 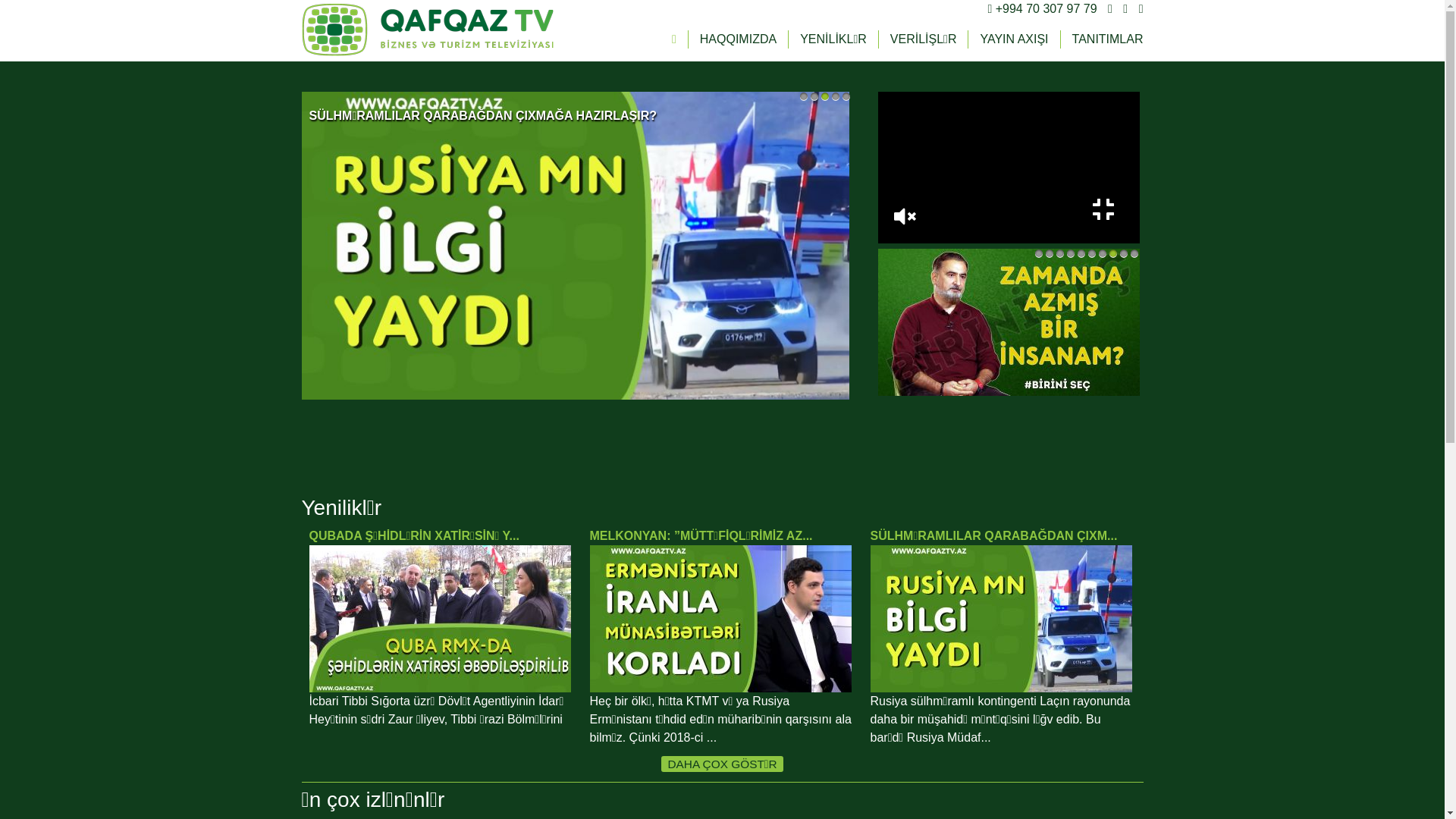 I want to click on '8', so click(x=1113, y=253).